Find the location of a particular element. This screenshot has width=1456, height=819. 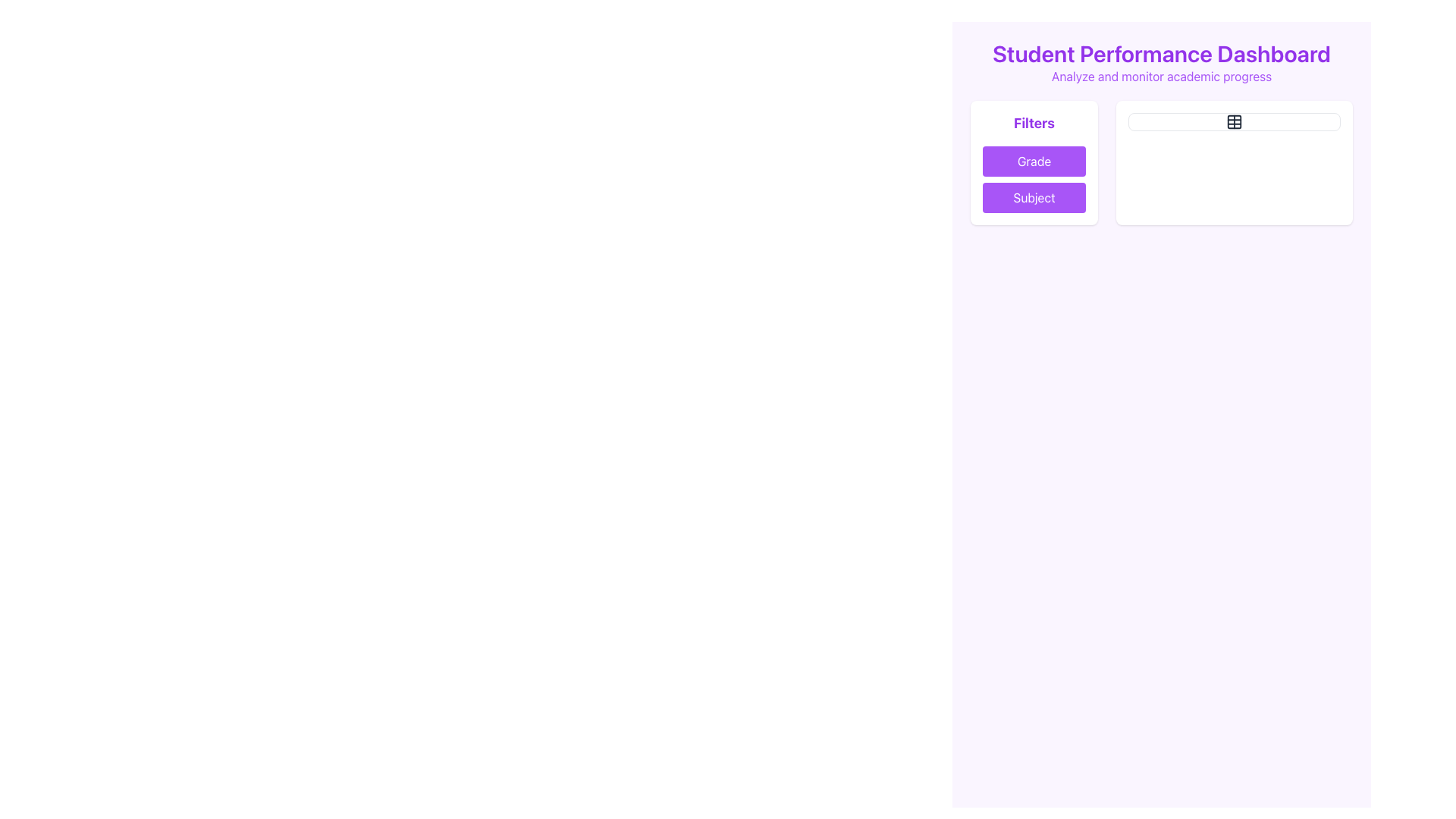

information displayed on the Header text with a subtitle at the top of the dashboard, which provides an overview of the dashboard's purpose is located at coordinates (1160, 62).